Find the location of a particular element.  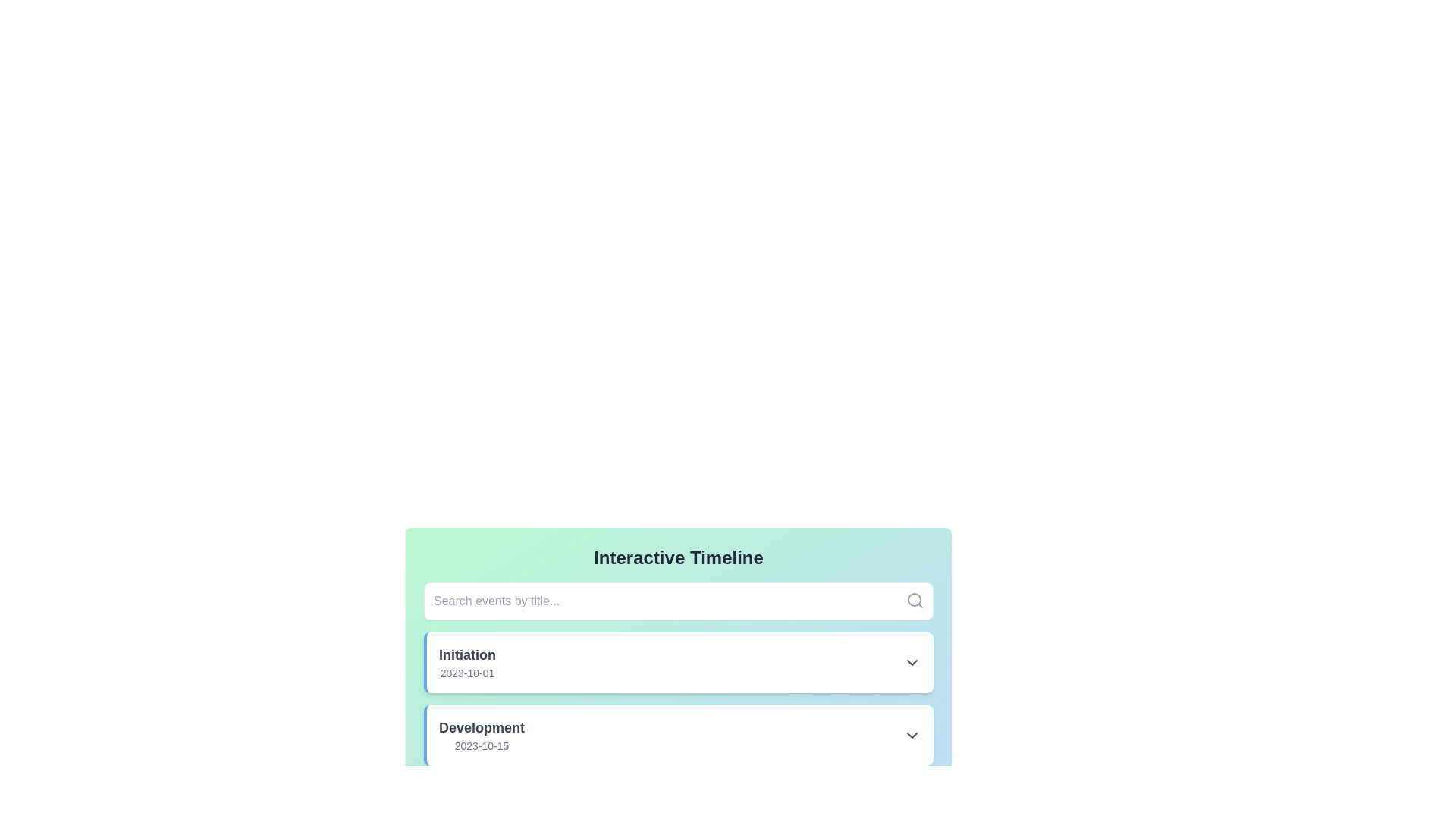

the magnifying glass icon displayed in a circular outline on the far right side of the search input field is located at coordinates (914, 599).